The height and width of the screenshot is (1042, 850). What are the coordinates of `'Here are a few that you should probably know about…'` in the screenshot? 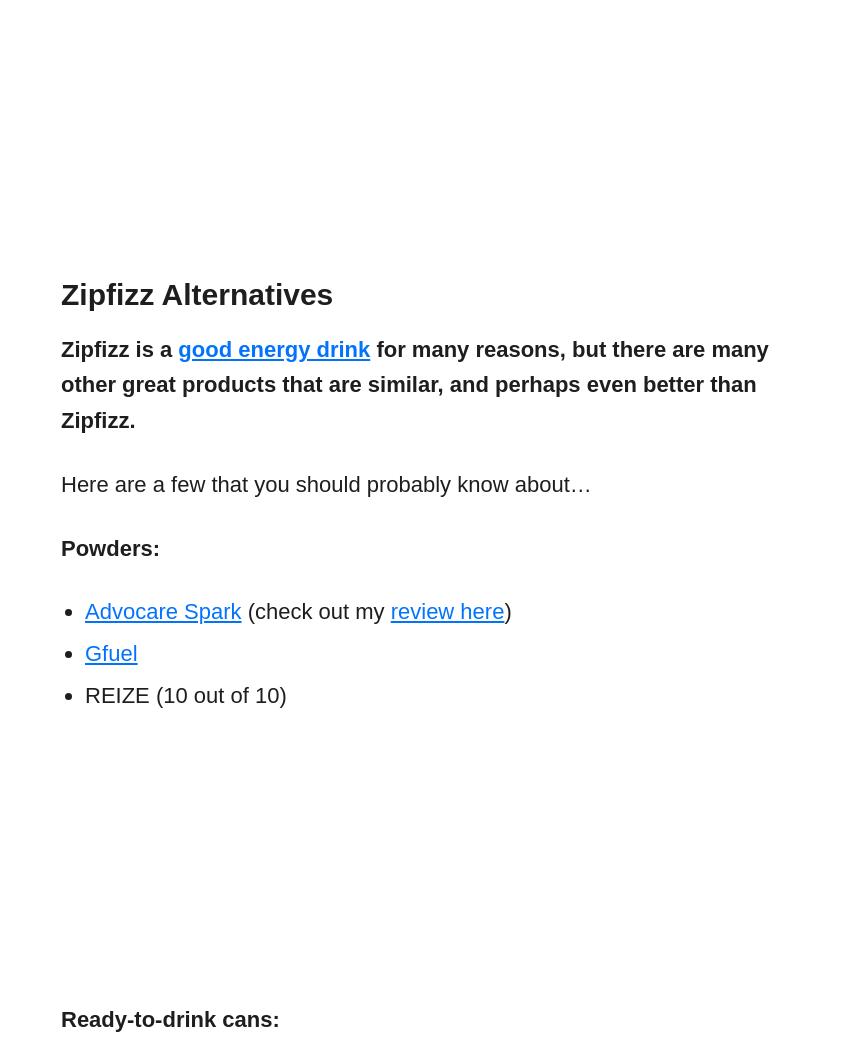 It's located at (325, 483).